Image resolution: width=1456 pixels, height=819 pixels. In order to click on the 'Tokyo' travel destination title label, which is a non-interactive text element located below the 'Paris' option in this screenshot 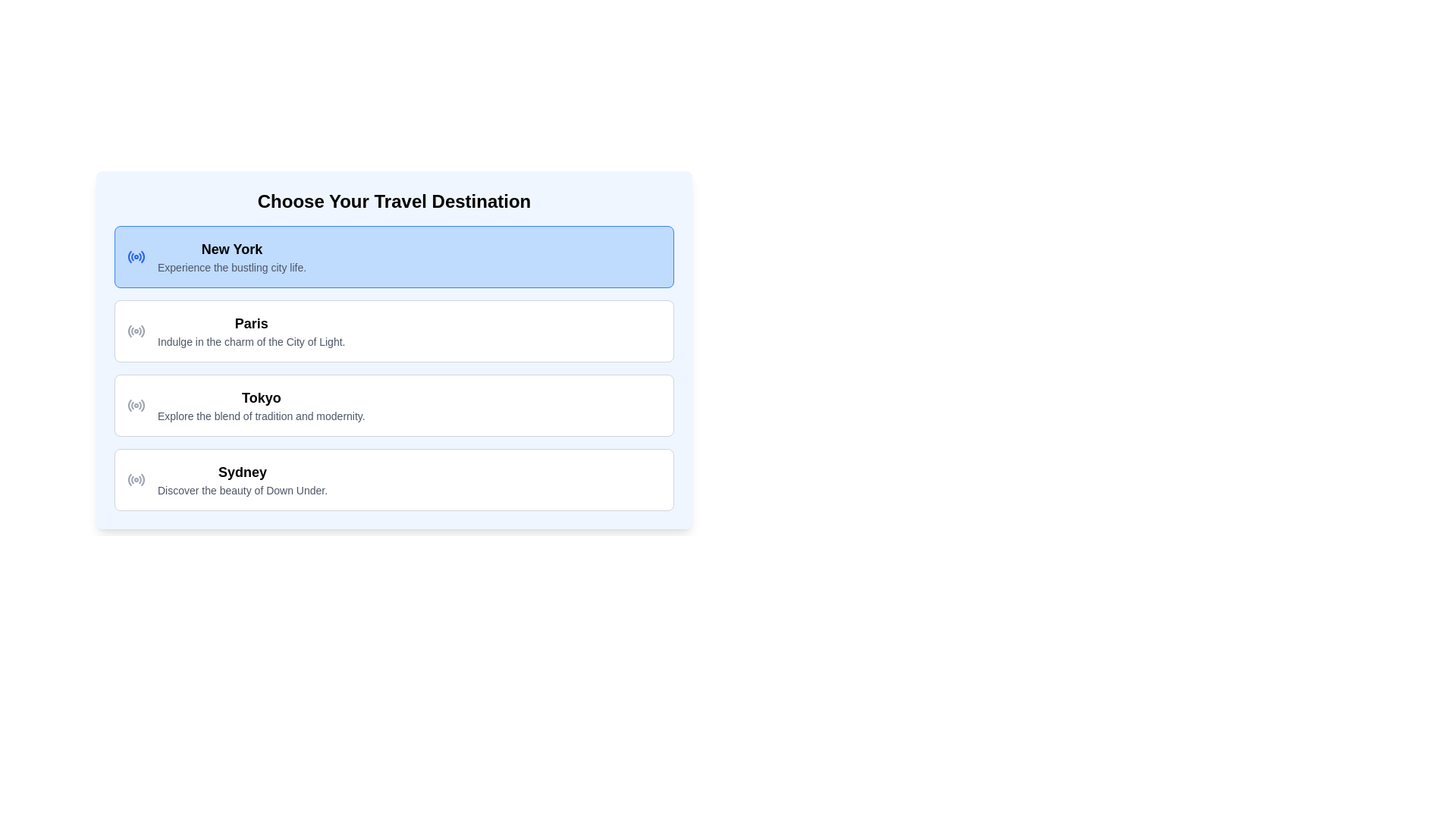, I will do `click(261, 397)`.